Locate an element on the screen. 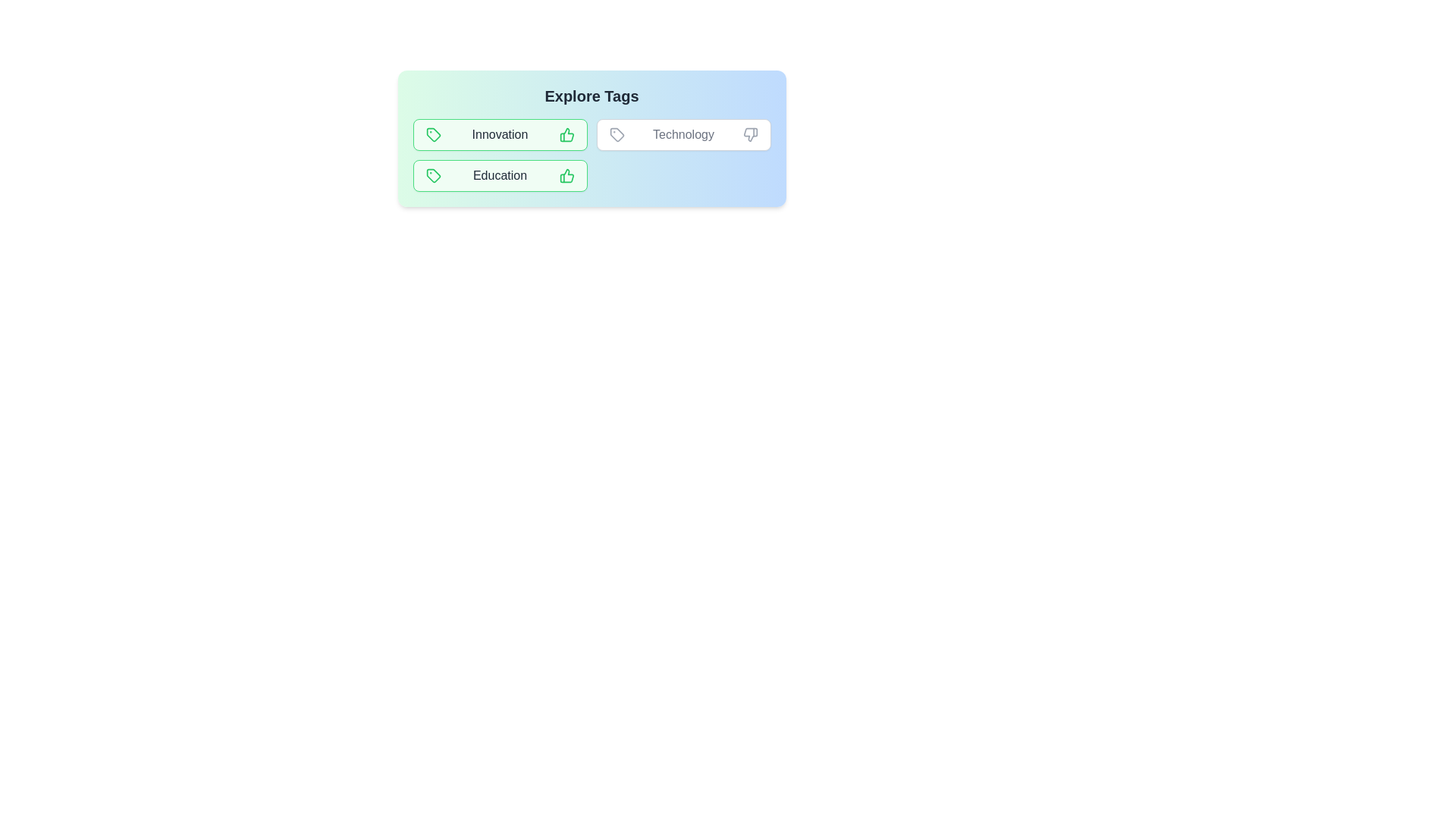 This screenshot has width=1456, height=819. the tag Education to observe its styling changes is located at coordinates (500, 174).